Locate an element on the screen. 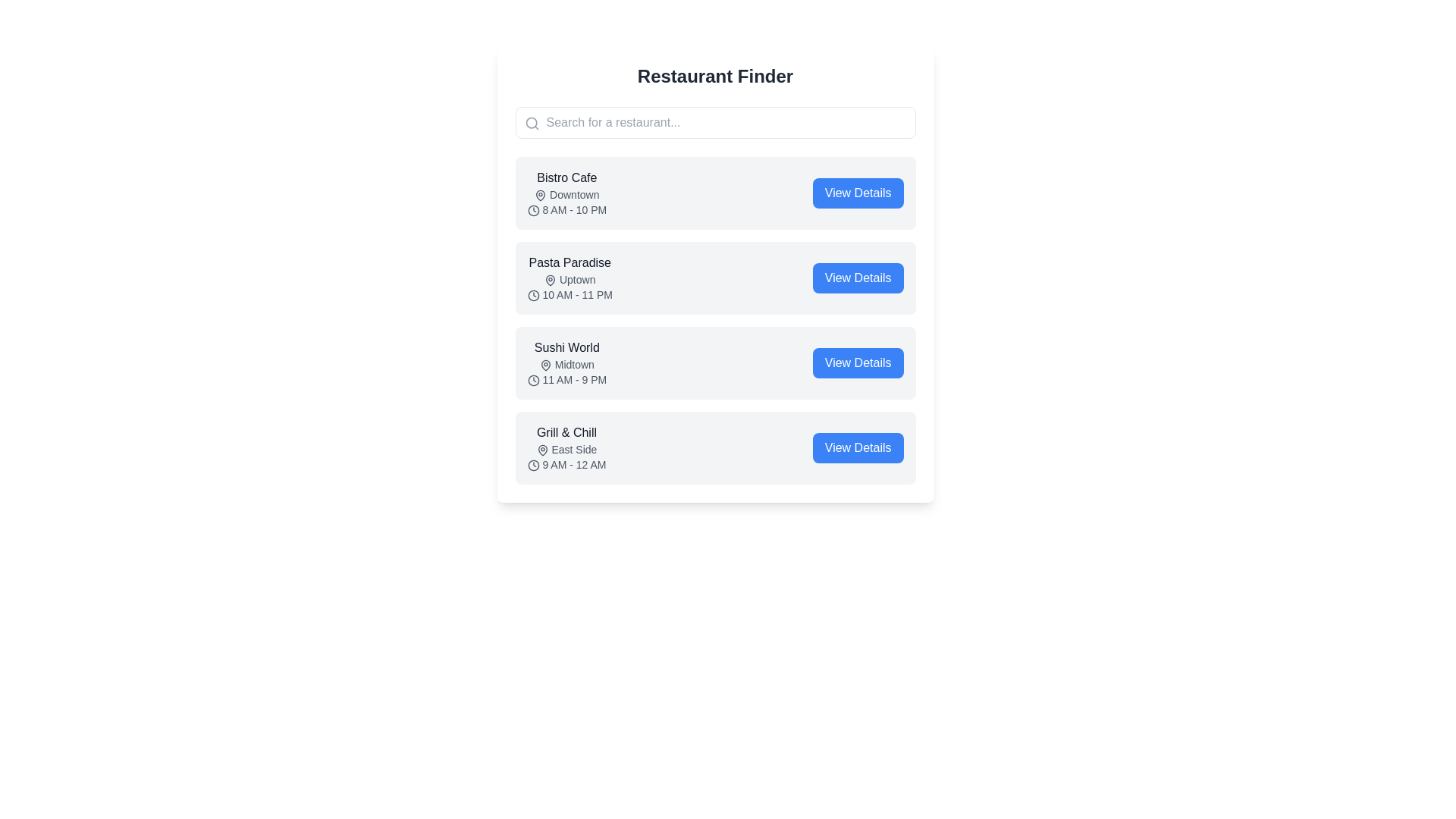  the geographical location icon associated with the 'Downtown' entry, which is positioned to the left of the text 'Downtown' and directly under 'Bistro Cafe' in the restaurant list is located at coordinates (541, 195).